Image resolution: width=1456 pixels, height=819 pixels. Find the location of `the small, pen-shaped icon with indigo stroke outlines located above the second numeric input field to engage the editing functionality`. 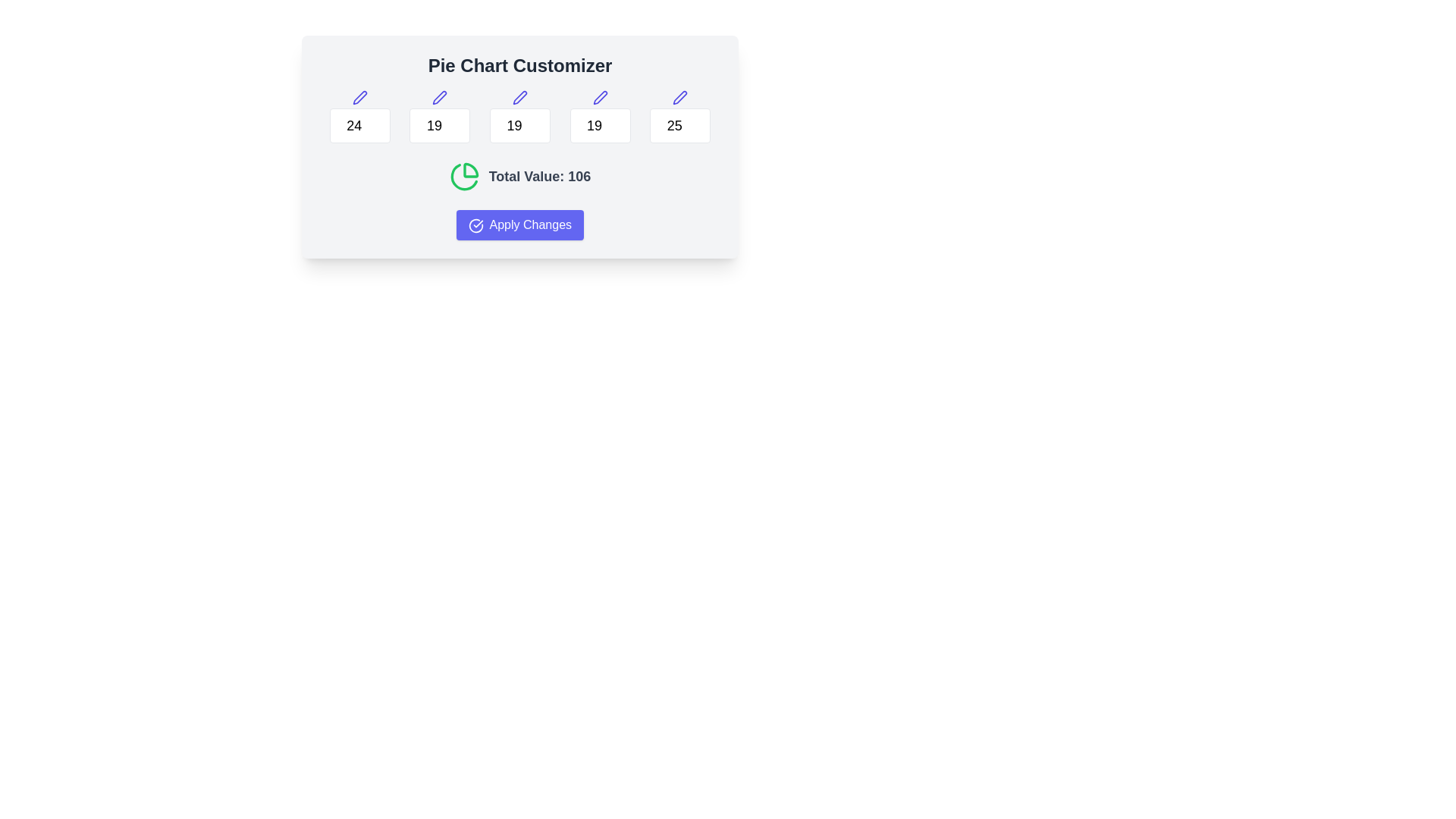

the small, pen-shaped icon with indigo stroke outlines located above the second numeric input field to engage the editing functionality is located at coordinates (439, 97).